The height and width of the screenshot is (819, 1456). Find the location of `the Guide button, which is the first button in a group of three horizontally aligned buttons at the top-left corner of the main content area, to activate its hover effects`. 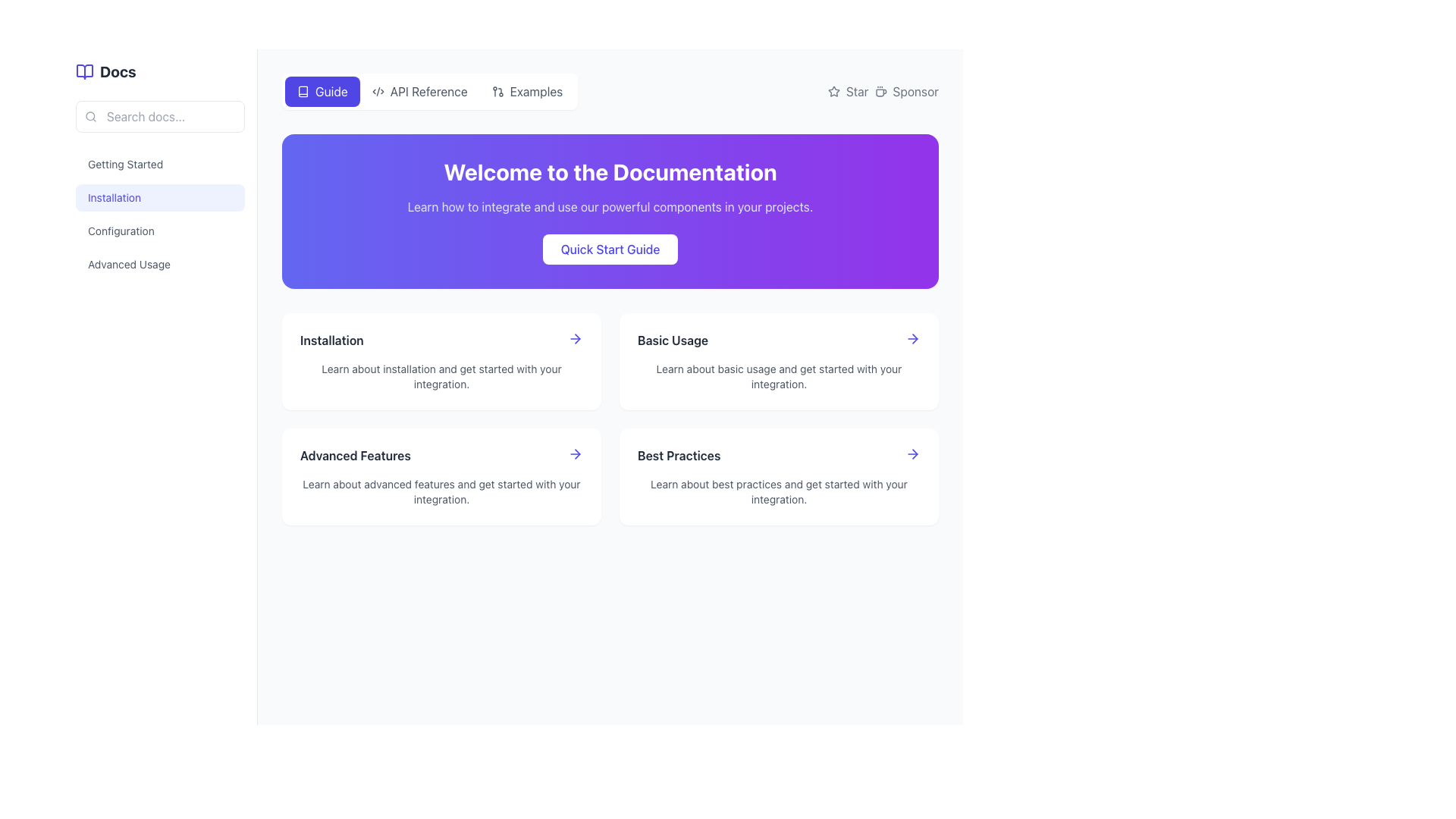

the Guide button, which is the first button in a group of three horizontally aligned buttons at the top-left corner of the main content area, to activate its hover effects is located at coordinates (322, 91).